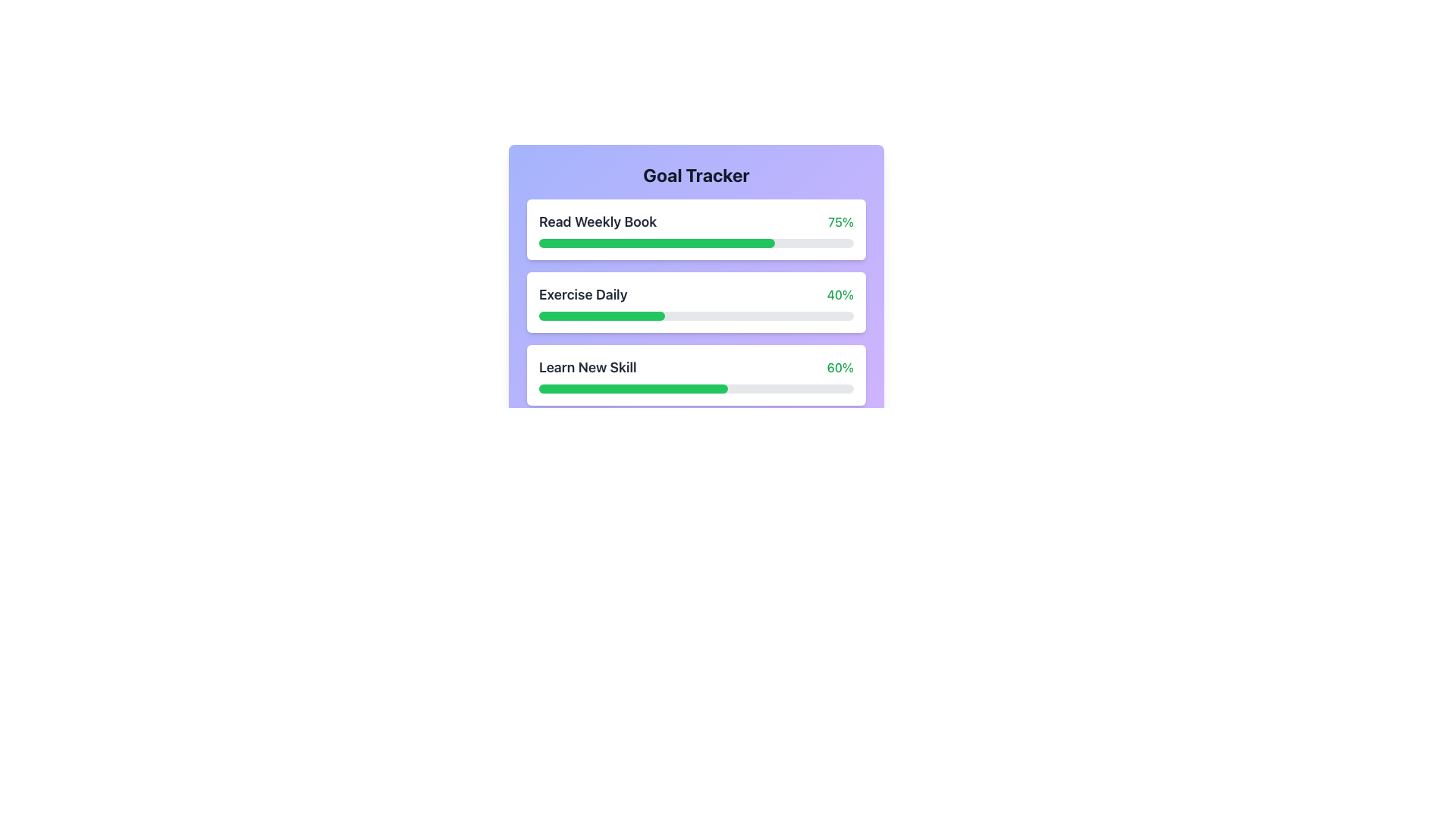 This screenshot has width=1456, height=819. What do you see at coordinates (633, 388) in the screenshot?
I see `the progress completion visually for the 'Learn New Skill' goal, indicated by the progress bar showing 60% completion` at bounding box center [633, 388].